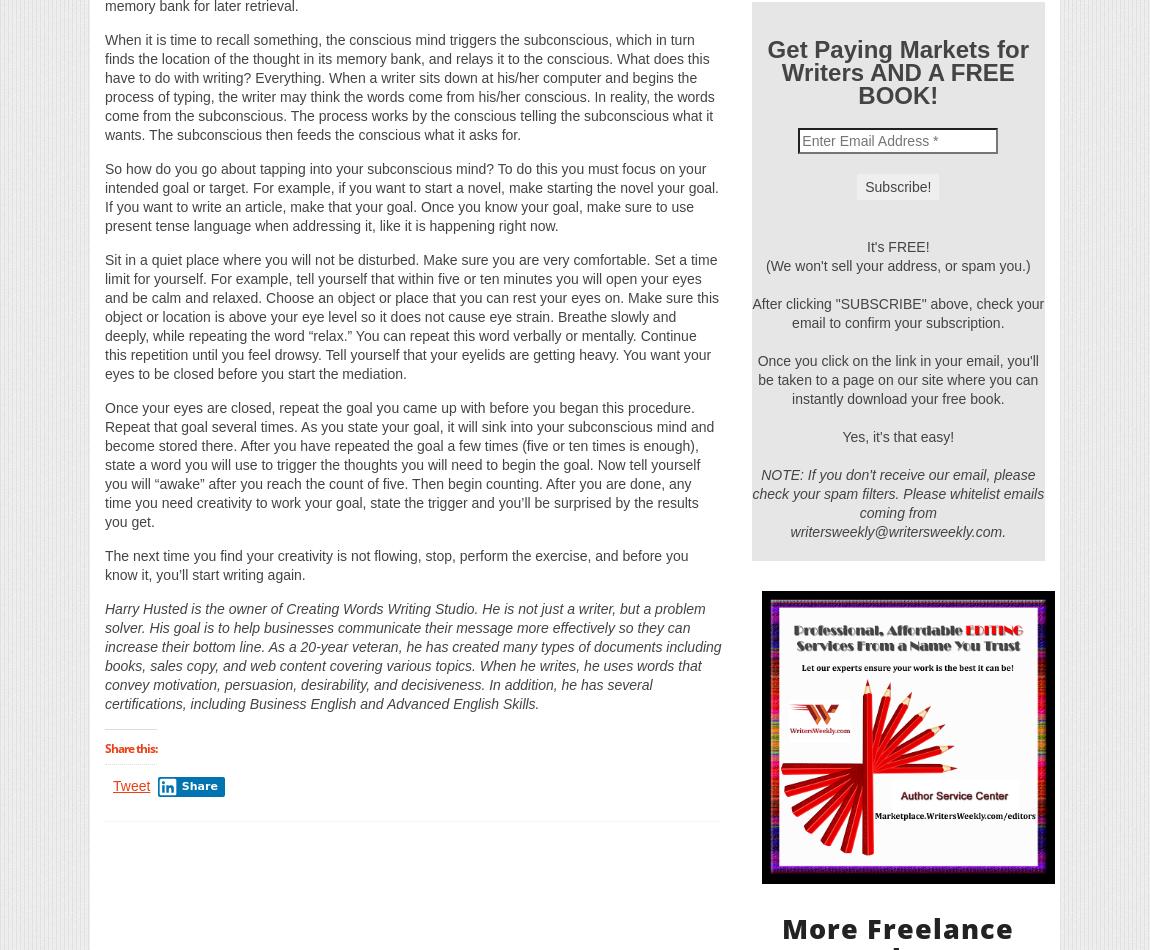 This screenshot has width=1150, height=950. I want to click on 'When it is time to recall something, the conscious mind triggers the subconscious, which in turn finds the location of the thought in its memory bank, and relays it to the conscious. What does this have to do with writing? Everything. When a writer sits down at his/her computer and begins the process of typing, the writer may think the words come from his/her conscious. In reality, the words come from the subconscious. The process works by the conscious telling the subconscious what it wants. The subconscious then feeds the conscious what it asks for.', so click(409, 86).